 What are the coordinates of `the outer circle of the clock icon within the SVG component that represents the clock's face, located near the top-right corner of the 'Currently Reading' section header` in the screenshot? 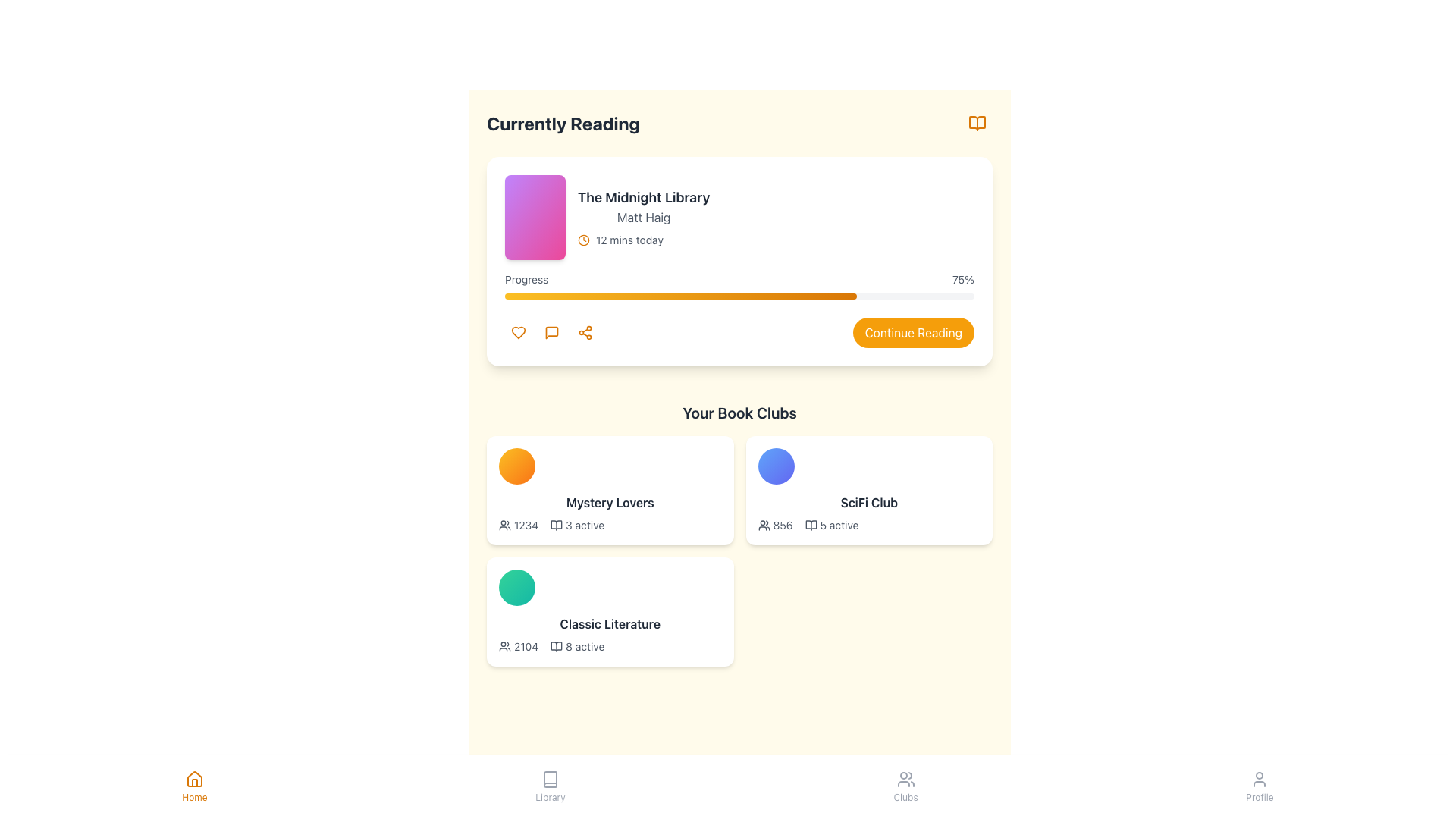 It's located at (582, 239).